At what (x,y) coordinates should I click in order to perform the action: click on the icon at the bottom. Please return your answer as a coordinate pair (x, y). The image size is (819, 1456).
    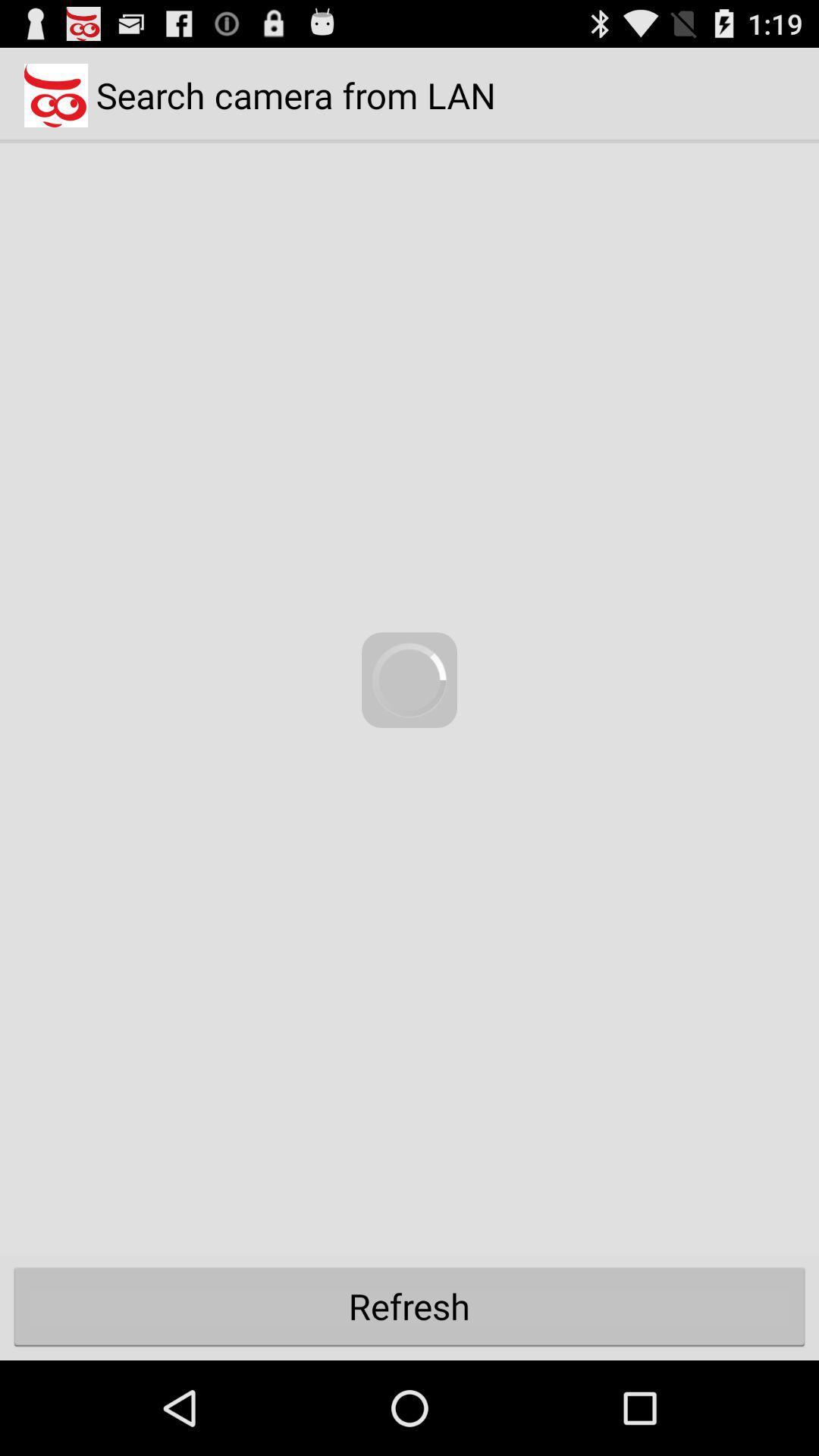
    Looking at the image, I should click on (409, 1305).